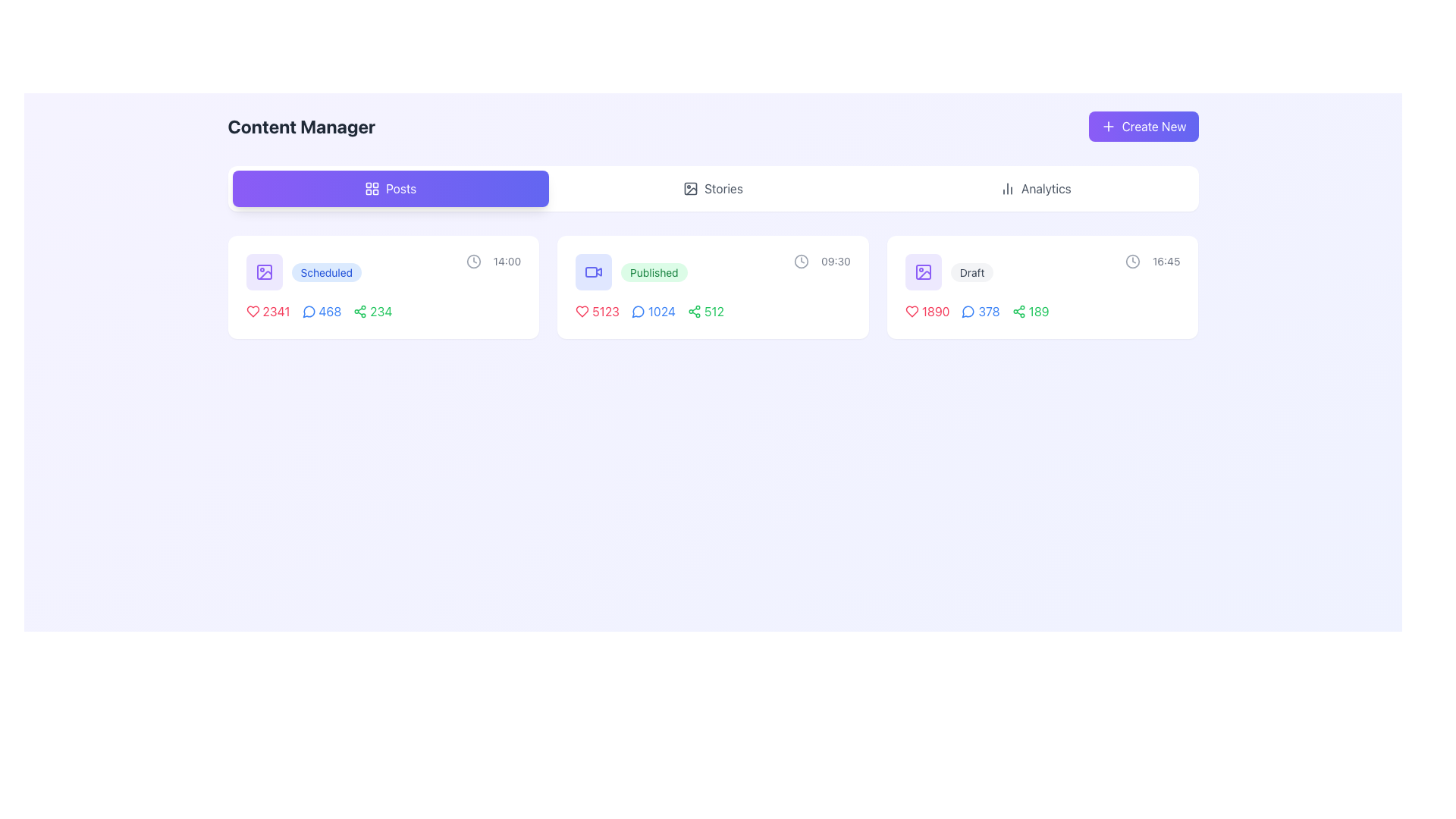 This screenshot has height=819, width=1456. Describe the element at coordinates (690, 188) in the screenshot. I see `the 'Stories' icon located in the navigation bar, positioned to the left of the text 'Stories'` at that location.